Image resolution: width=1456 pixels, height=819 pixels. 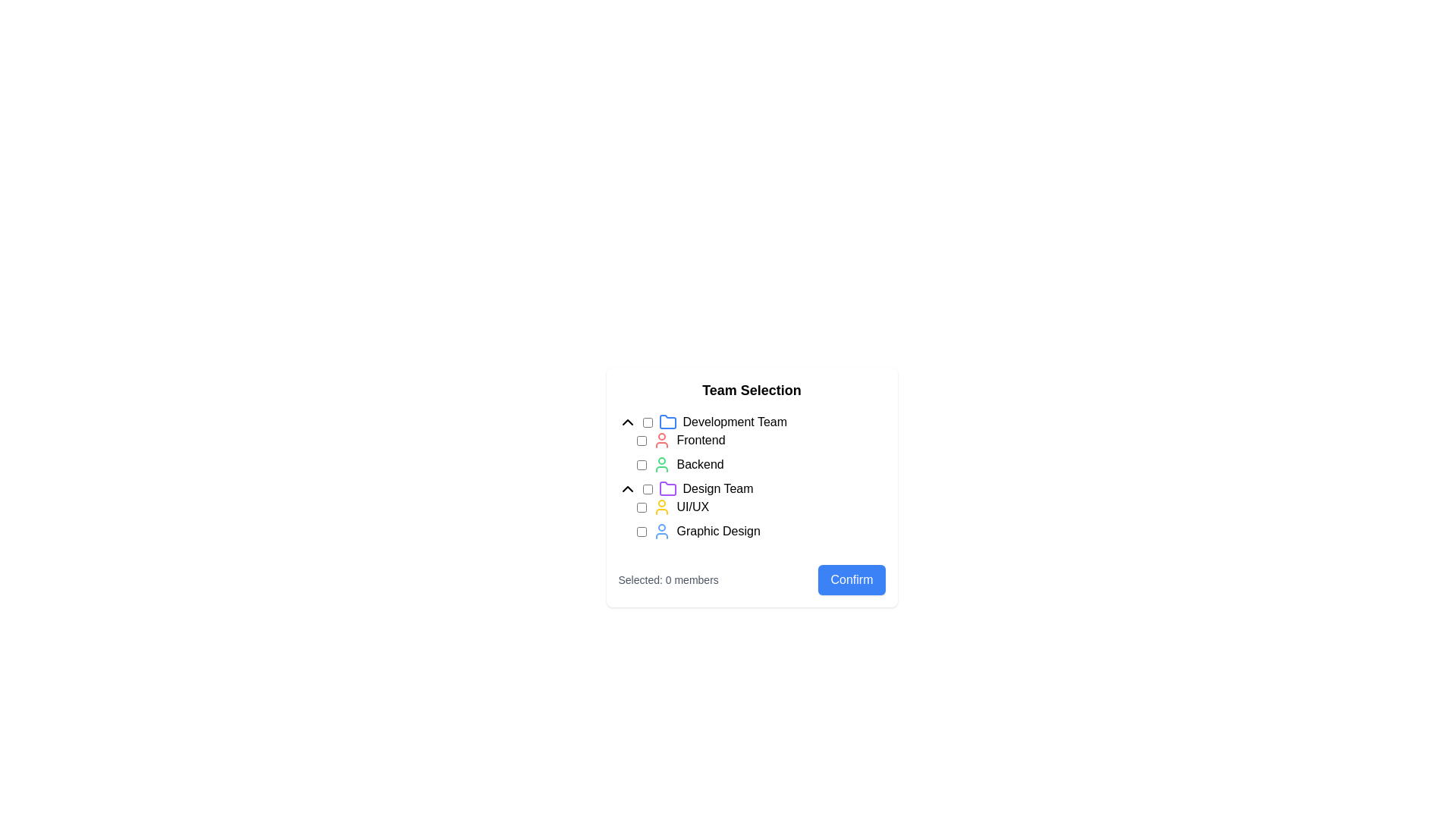 What do you see at coordinates (752, 488) in the screenshot?
I see `the Collapsible List Item labeled 'Design Team', which features a purple folder icon and is positioned between 'Development Team' and 'UI/UX'` at bounding box center [752, 488].